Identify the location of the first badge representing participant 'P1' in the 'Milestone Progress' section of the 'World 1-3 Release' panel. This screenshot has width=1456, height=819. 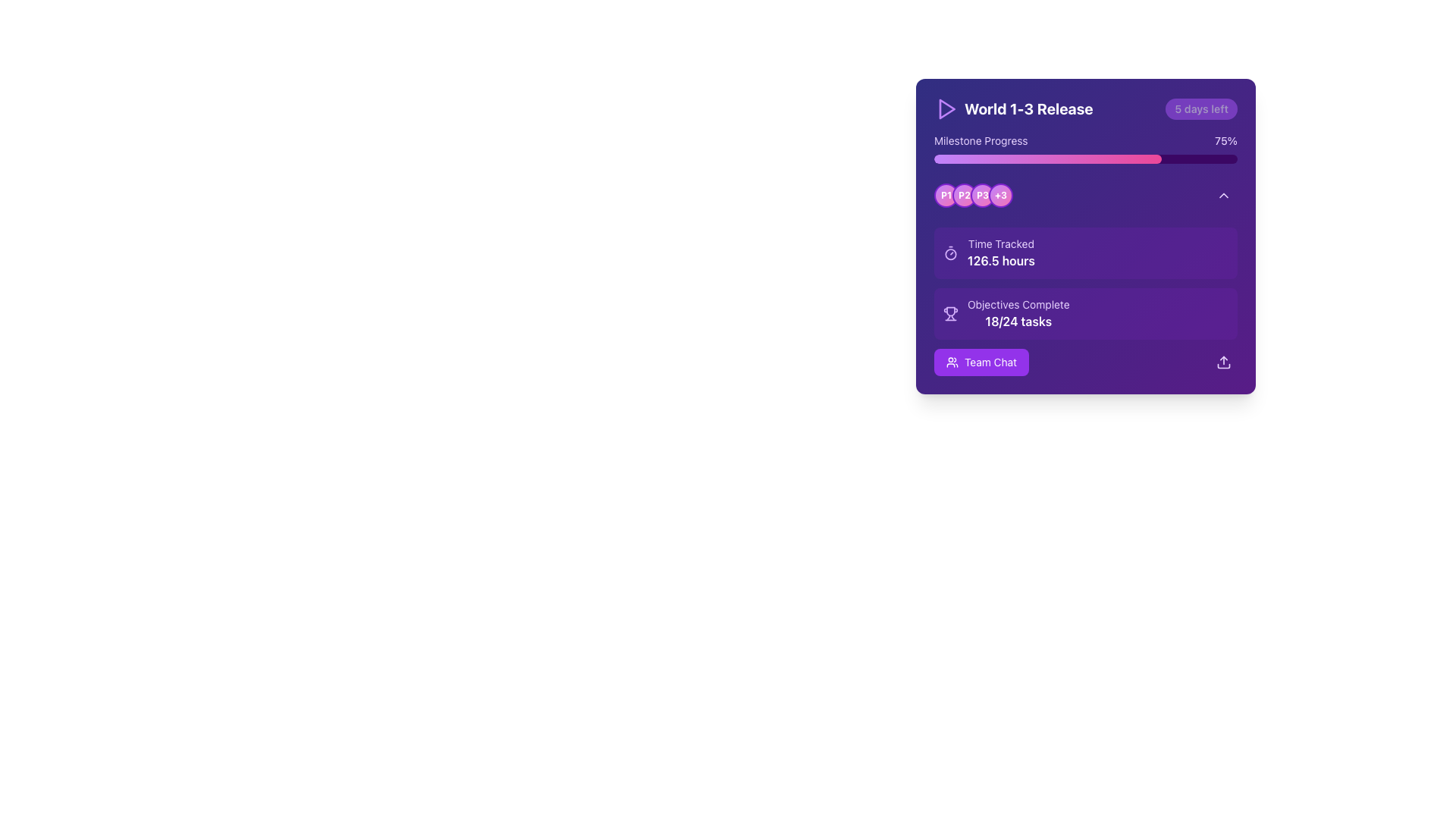
(946, 195).